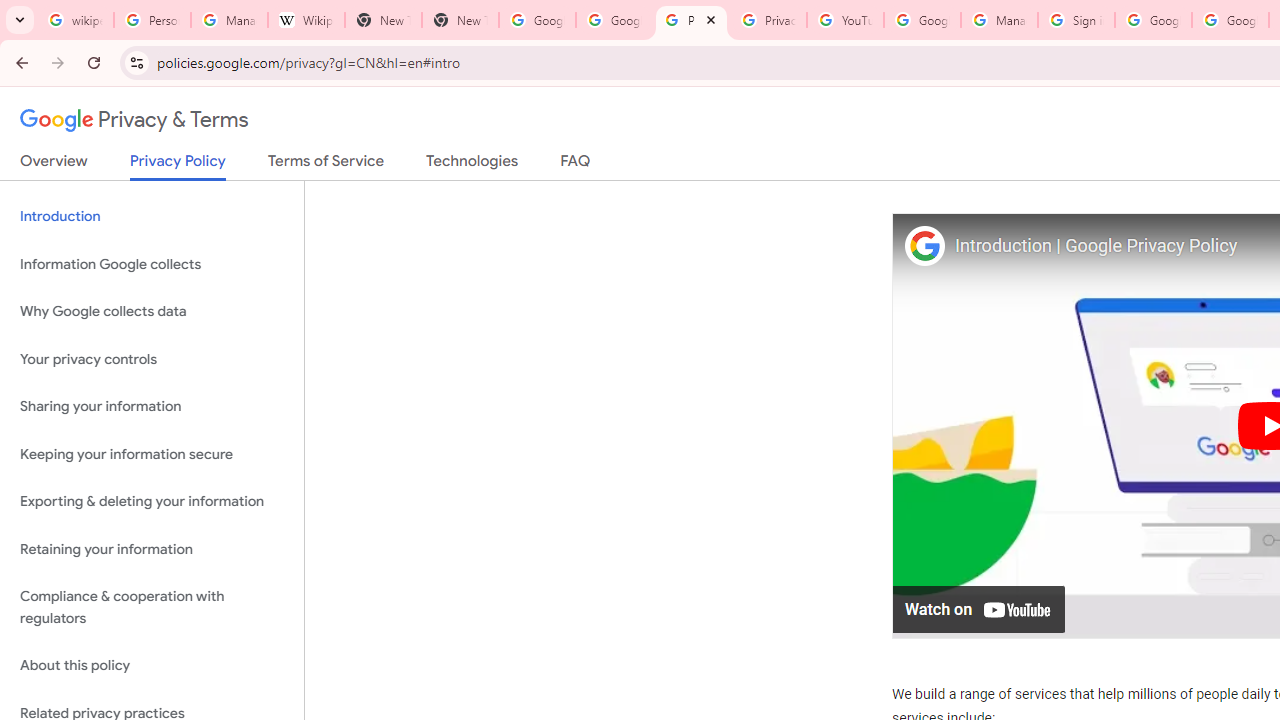  I want to click on 'Information Google collects', so click(151, 263).